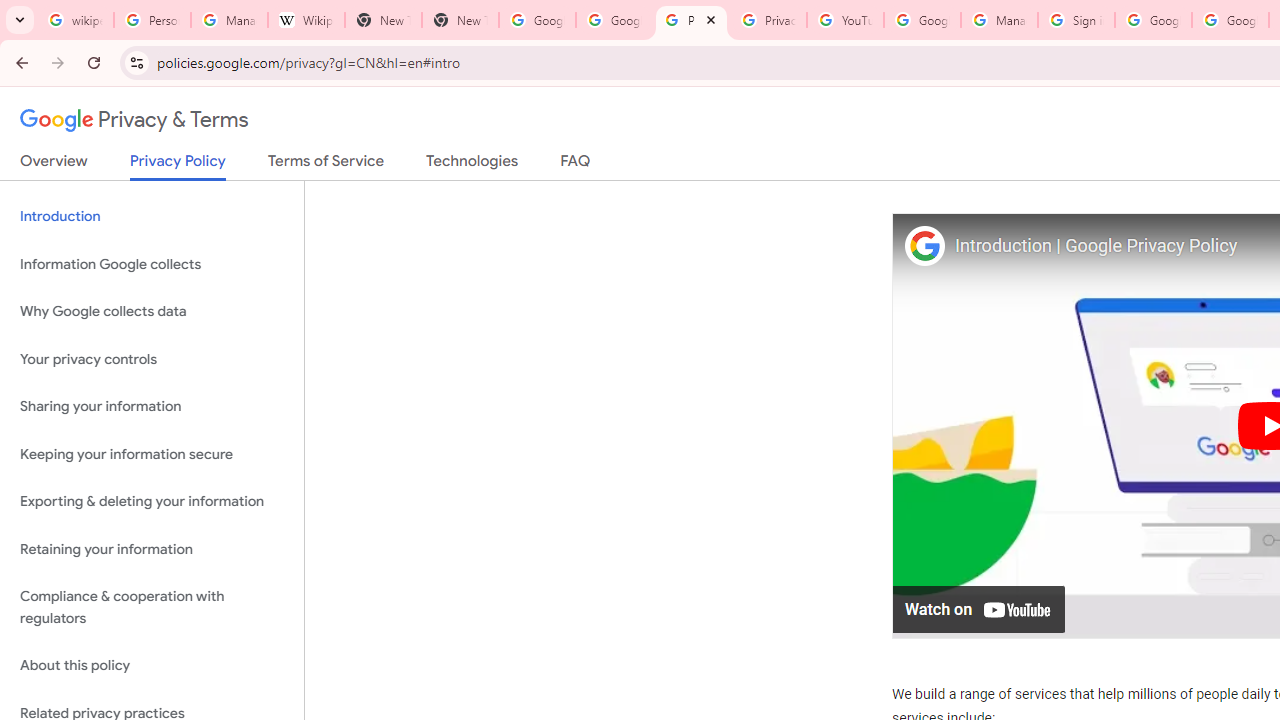  I want to click on 'Information Google collects', so click(151, 263).